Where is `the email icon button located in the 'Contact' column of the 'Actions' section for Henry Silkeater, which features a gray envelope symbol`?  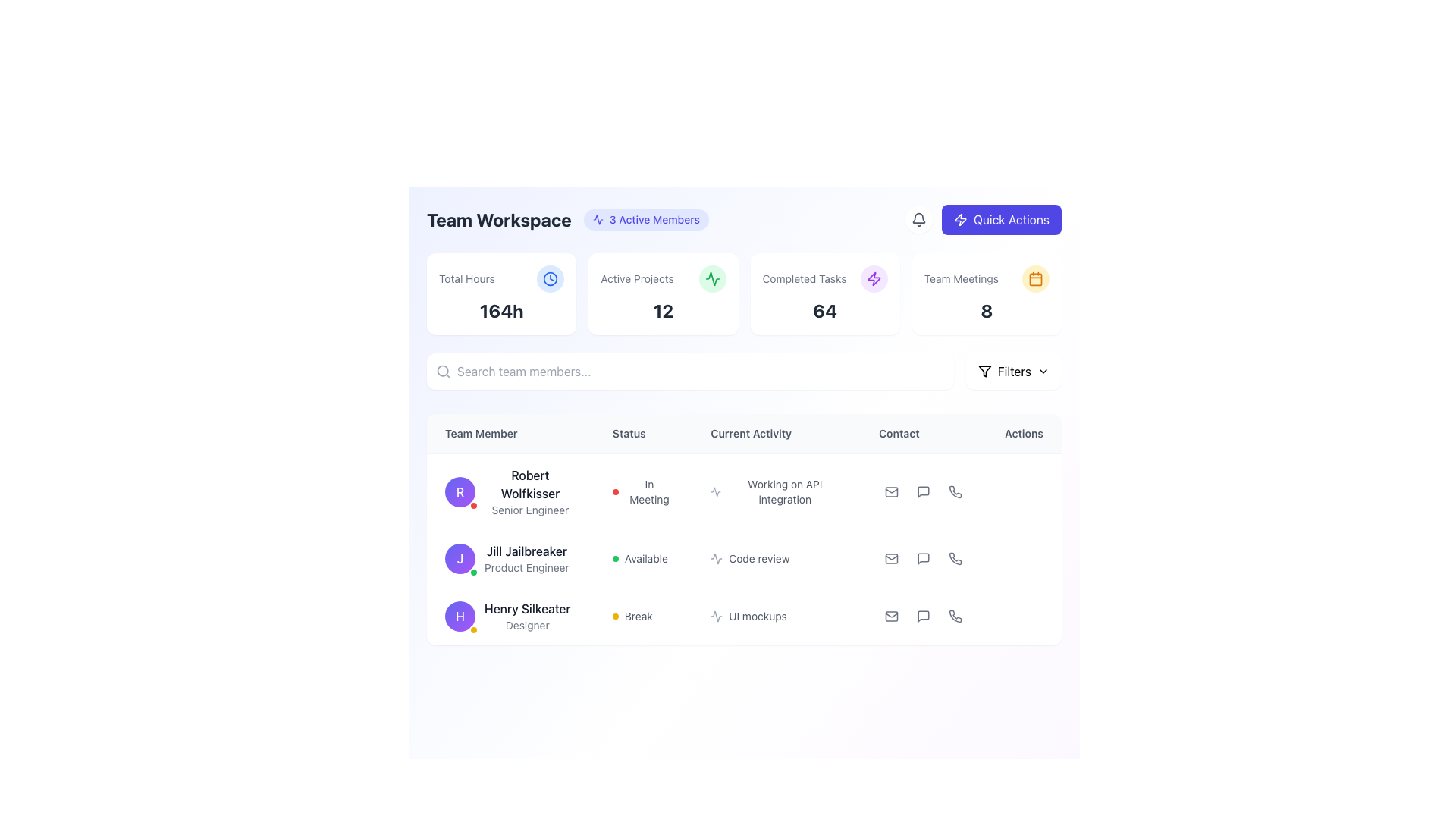 the email icon button located in the 'Contact' column of the 'Actions' section for Henry Silkeater, which features a gray envelope symbol is located at coordinates (892, 617).